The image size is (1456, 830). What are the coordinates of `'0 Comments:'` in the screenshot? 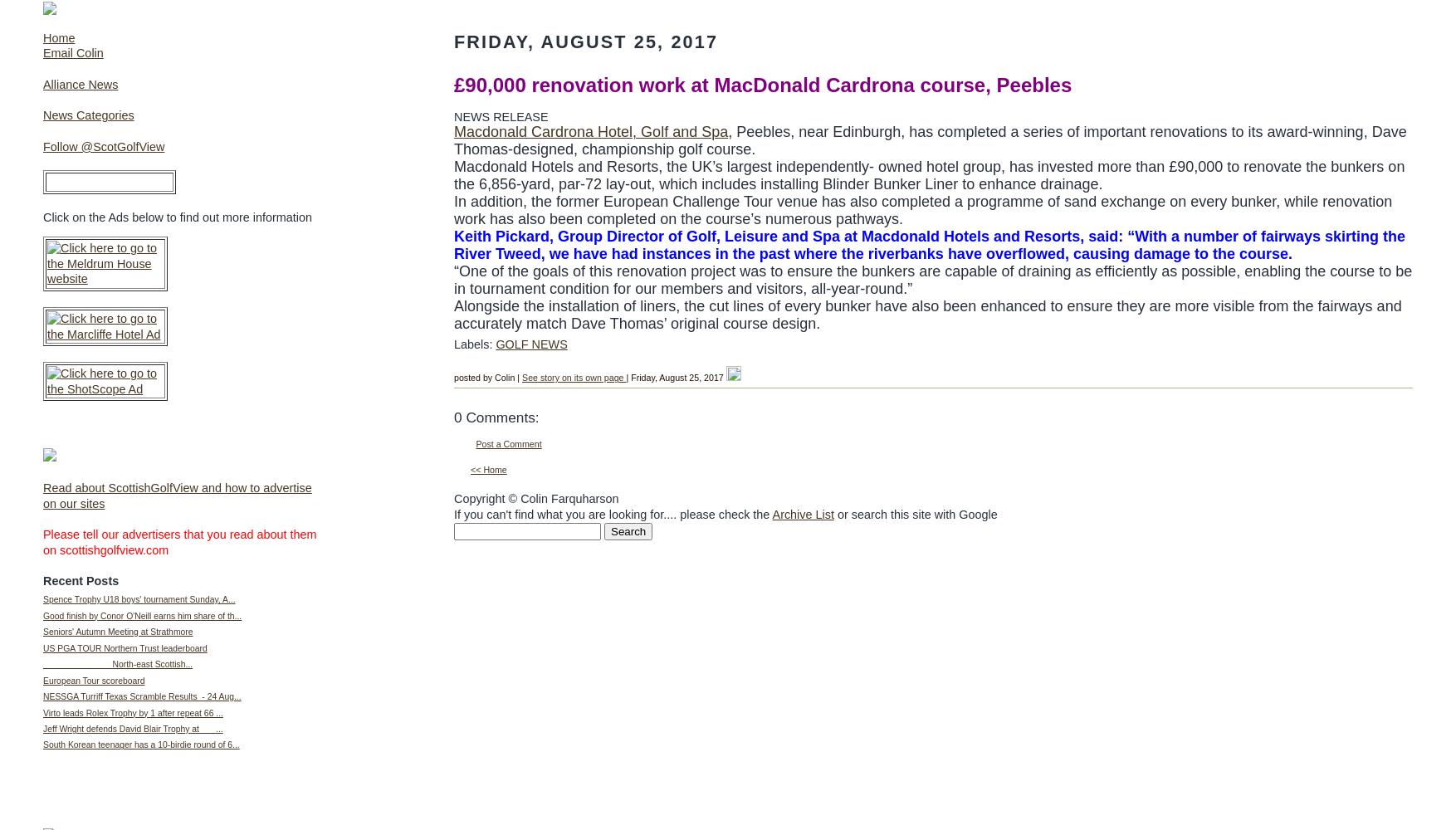 It's located at (496, 417).